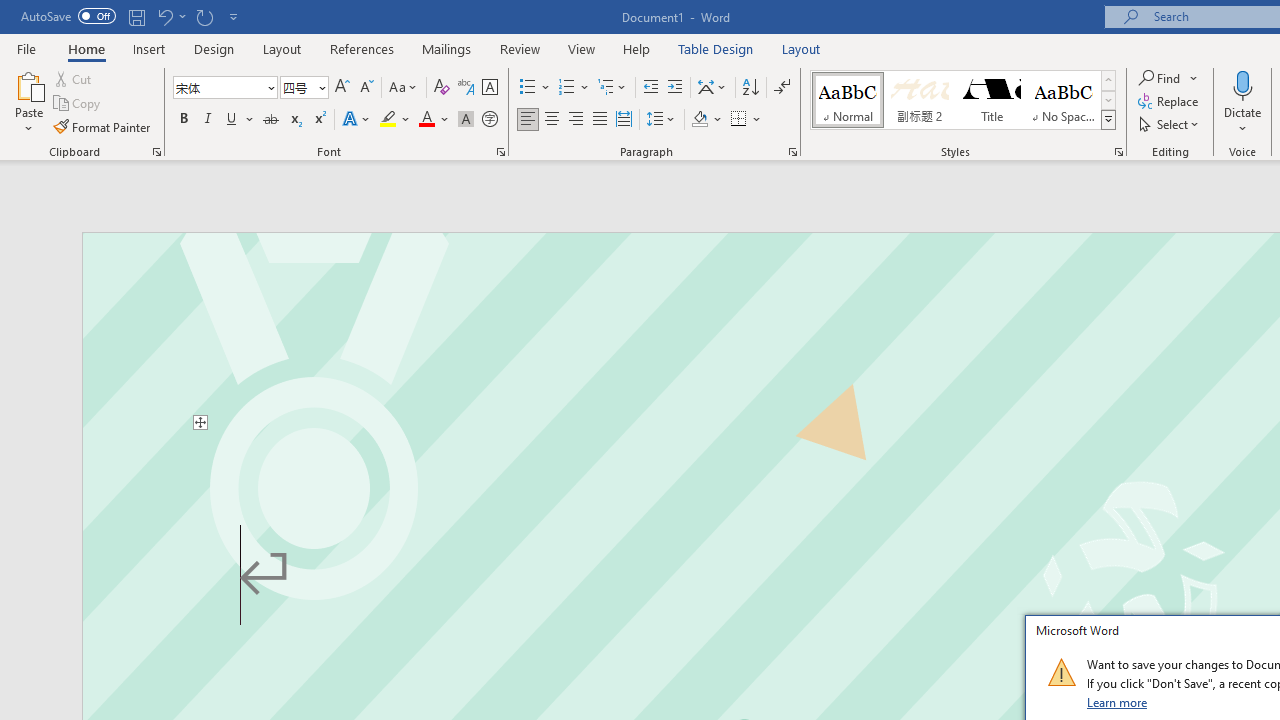 This screenshot has width=1280, height=720. Describe the element at coordinates (204, 16) in the screenshot. I see `'Repeat Doc Close'` at that location.